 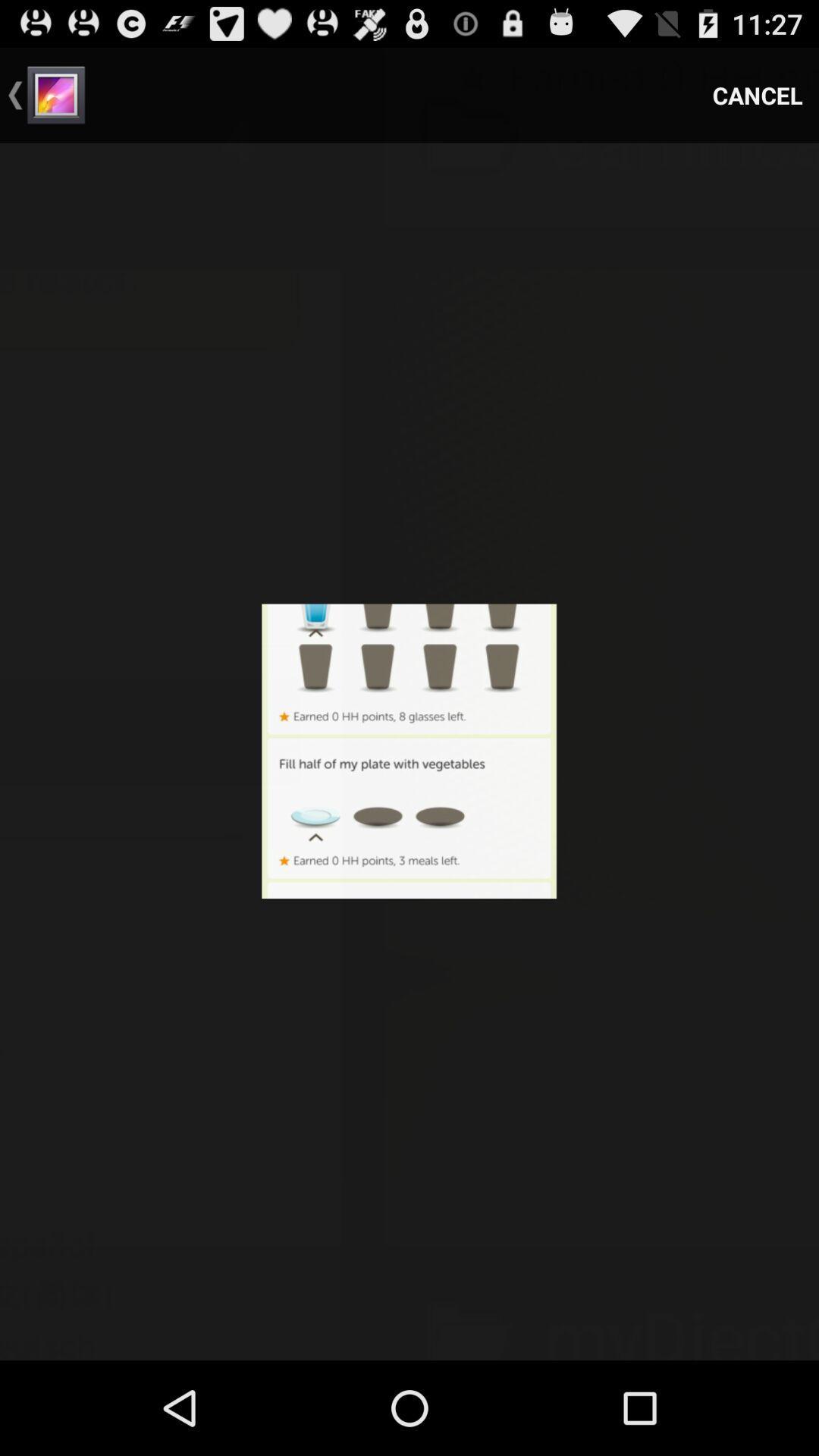 What do you see at coordinates (758, 94) in the screenshot?
I see `icon at the top right corner` at bounding box center [758, 94].